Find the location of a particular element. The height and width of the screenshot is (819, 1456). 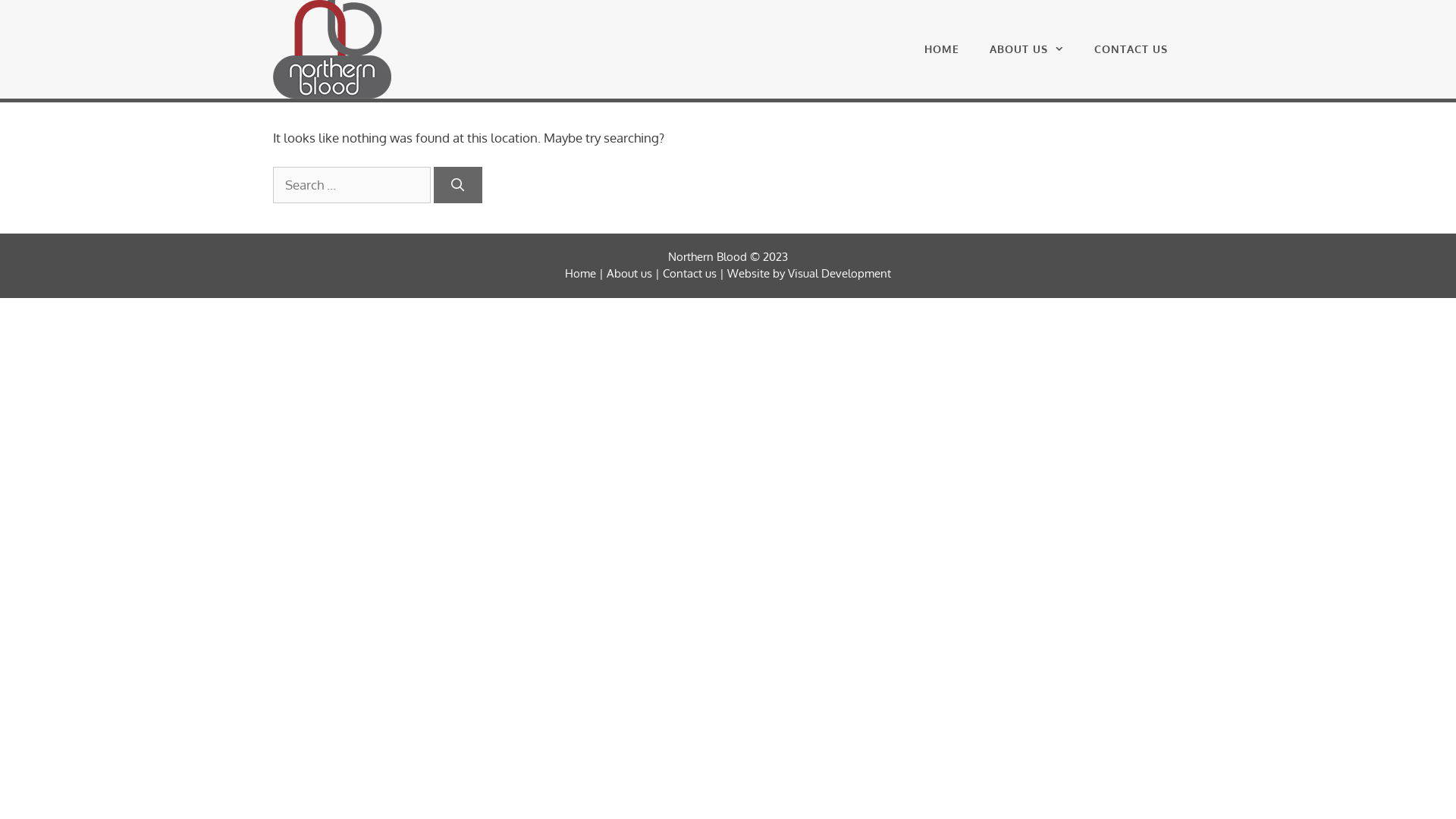

'About us' is located at coordinates (629, 273).